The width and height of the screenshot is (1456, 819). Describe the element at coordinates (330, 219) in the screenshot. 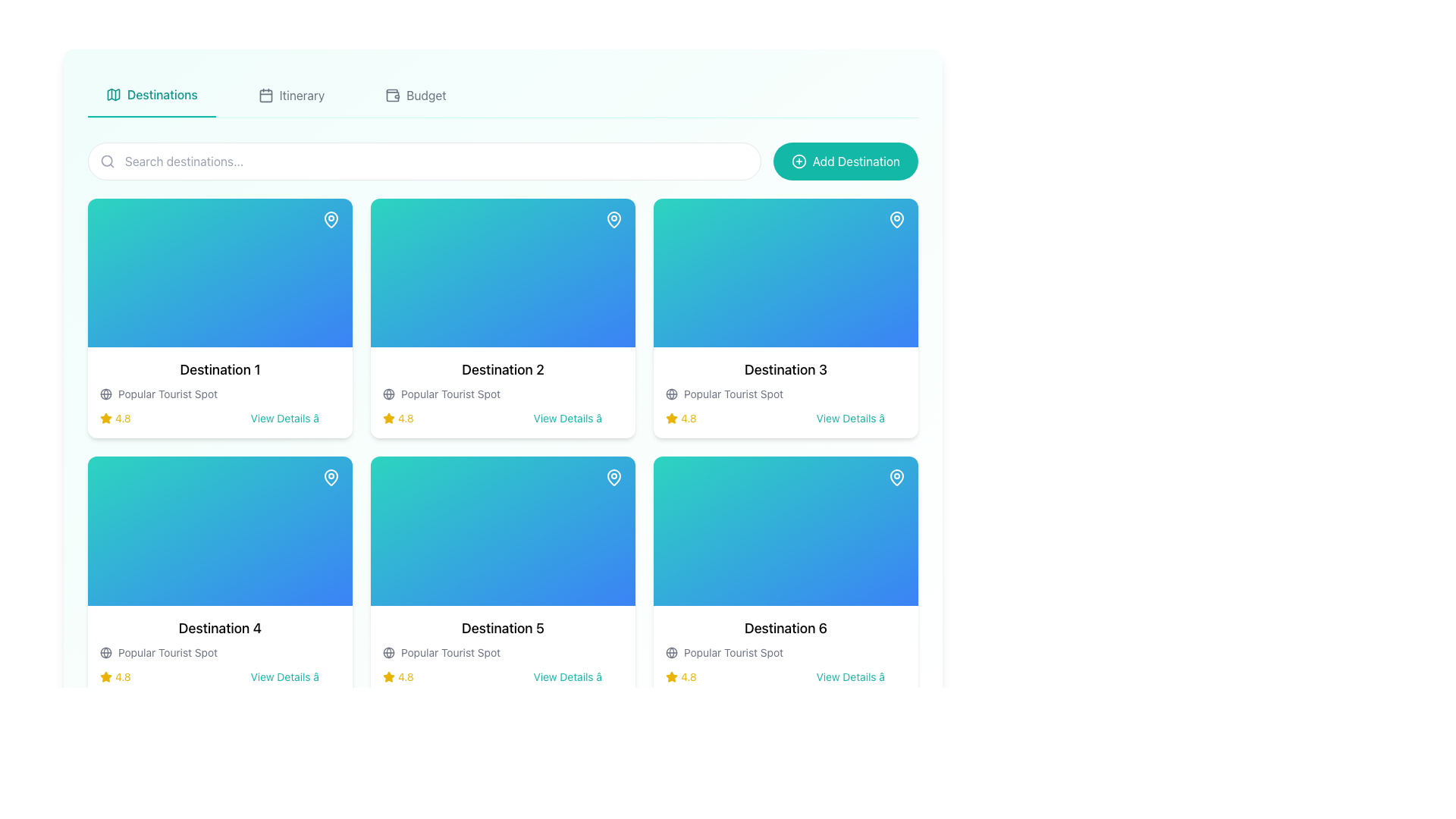

I see `the blue gradient map pin icon located at the top-right corner of the 'Destination 1' card` at that location.